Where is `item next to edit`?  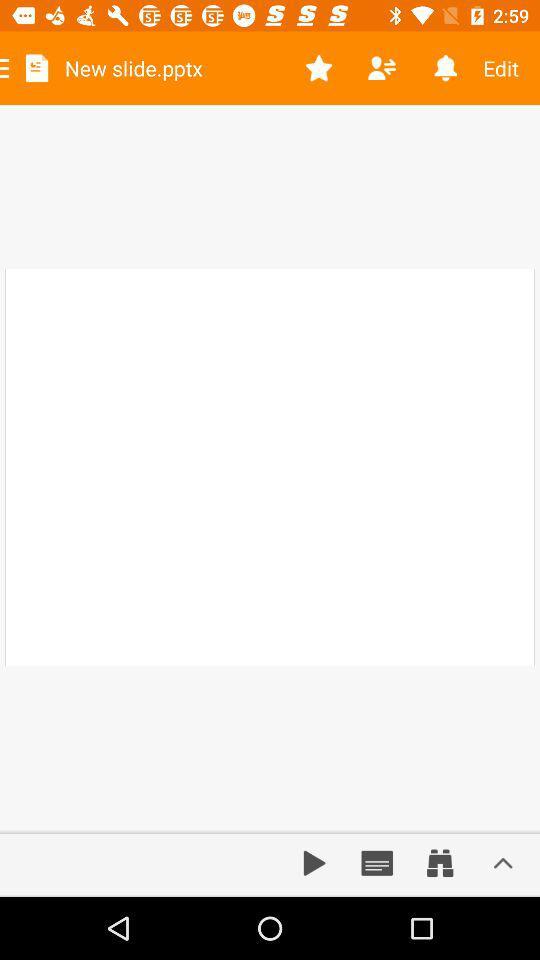 item next to edit is located at coordinates (445, 68).